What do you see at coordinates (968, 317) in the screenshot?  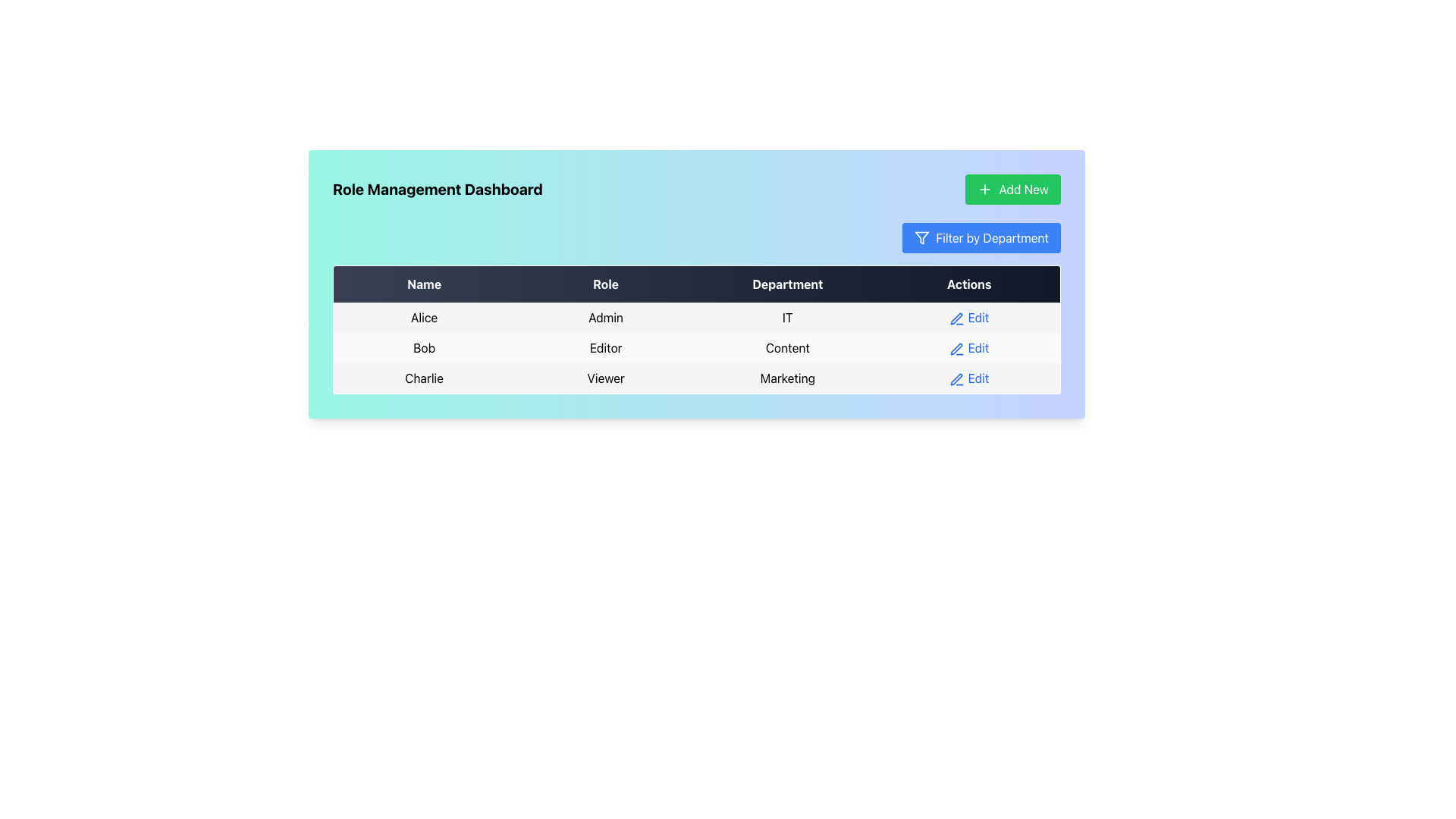 I see `the clickable link with an icon and text in the 'Actions' column of the second row, adjacent to the 'IT' department` at bounding box center [968, 317].